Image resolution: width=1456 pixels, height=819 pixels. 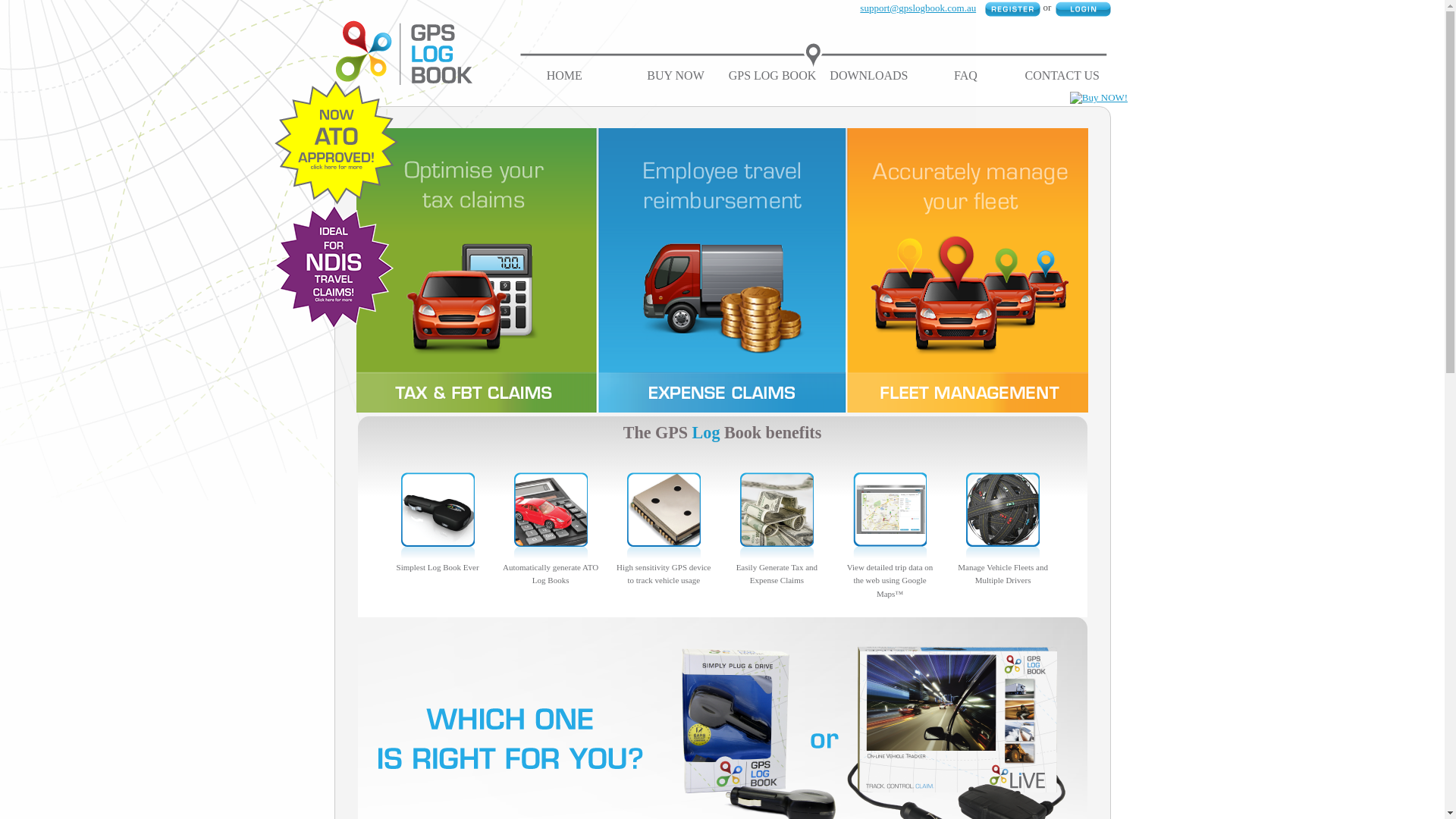 What do you see at coordinates (563, 75) in the screenshot?
I see `'HOME'` at bounding box center [563, 75].